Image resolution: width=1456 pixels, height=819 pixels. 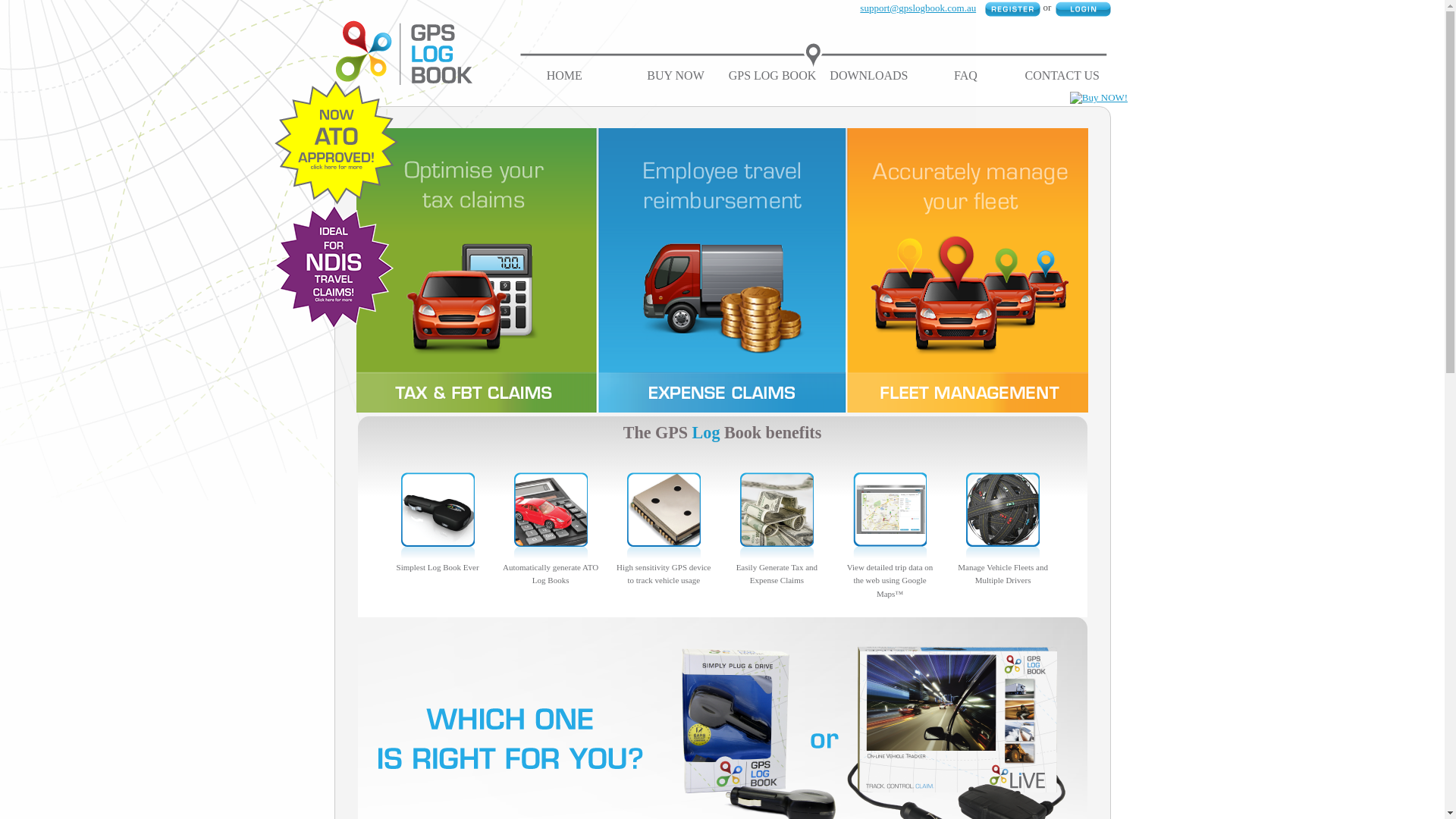 What do you see at coordinates (563, 75) in the screenshot?
I see `'HOME'` at bounding box center [563, 75].